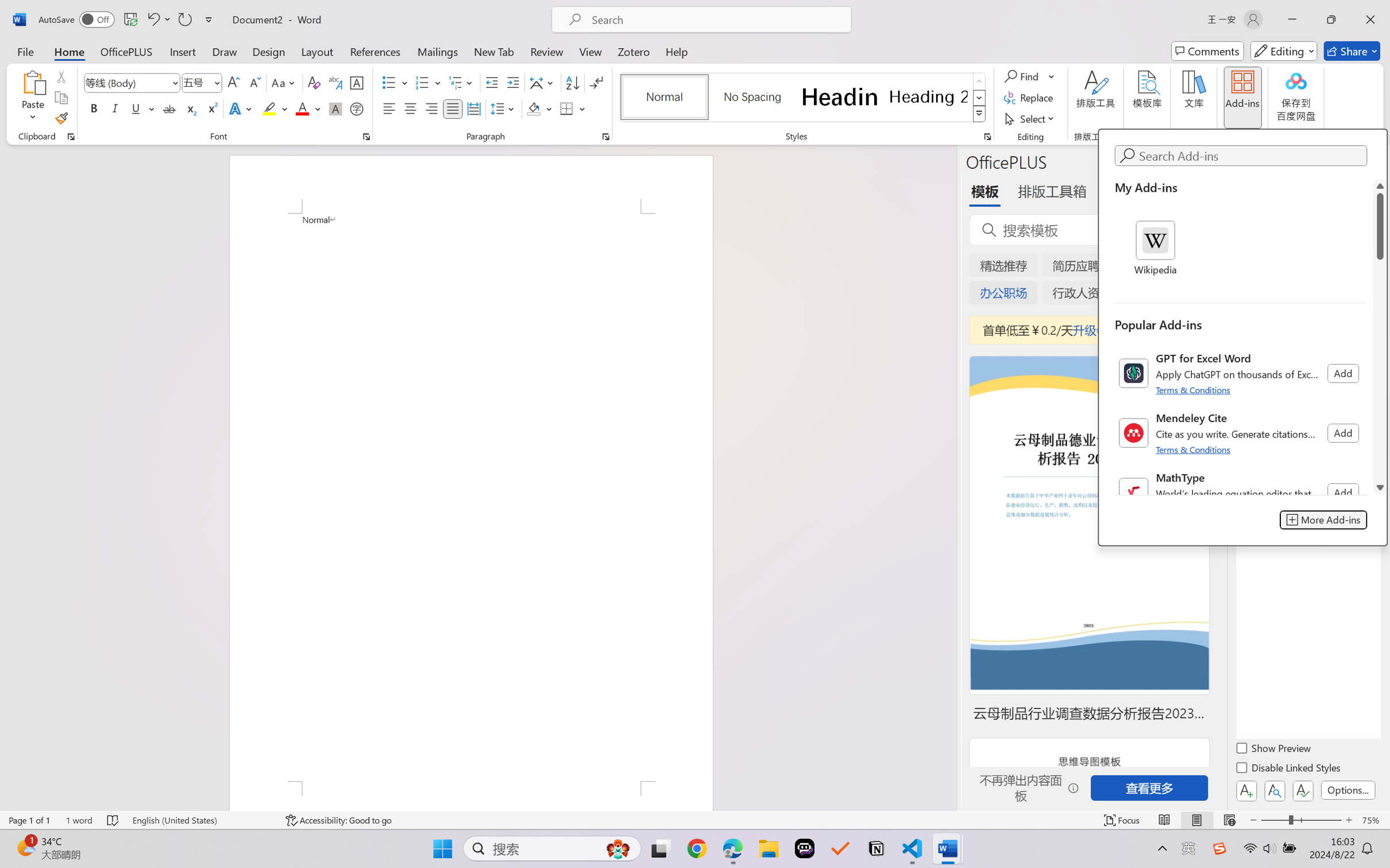 The width and height of the screenshot is (1390, 868). Describe the element at coordinates (716, 19) in the screenshot. I see `'Microsoft search'` at that location.